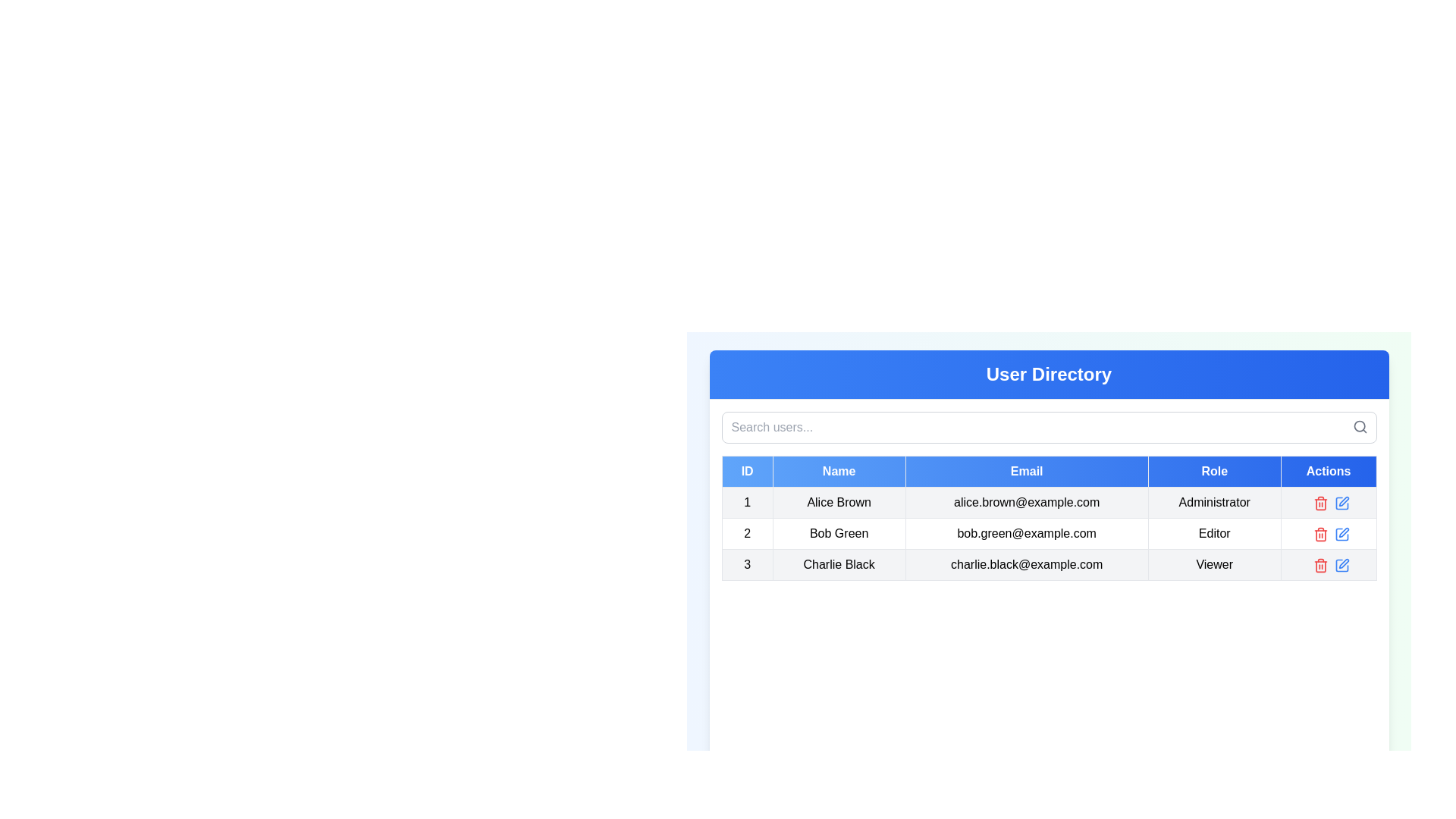 The width and height of the screenshot is (1456, 819). Describe the element at coordinates (1048, 517) in the screenshot. I see `the Data Table displaying user data under the title 'User Directory'` at that location.